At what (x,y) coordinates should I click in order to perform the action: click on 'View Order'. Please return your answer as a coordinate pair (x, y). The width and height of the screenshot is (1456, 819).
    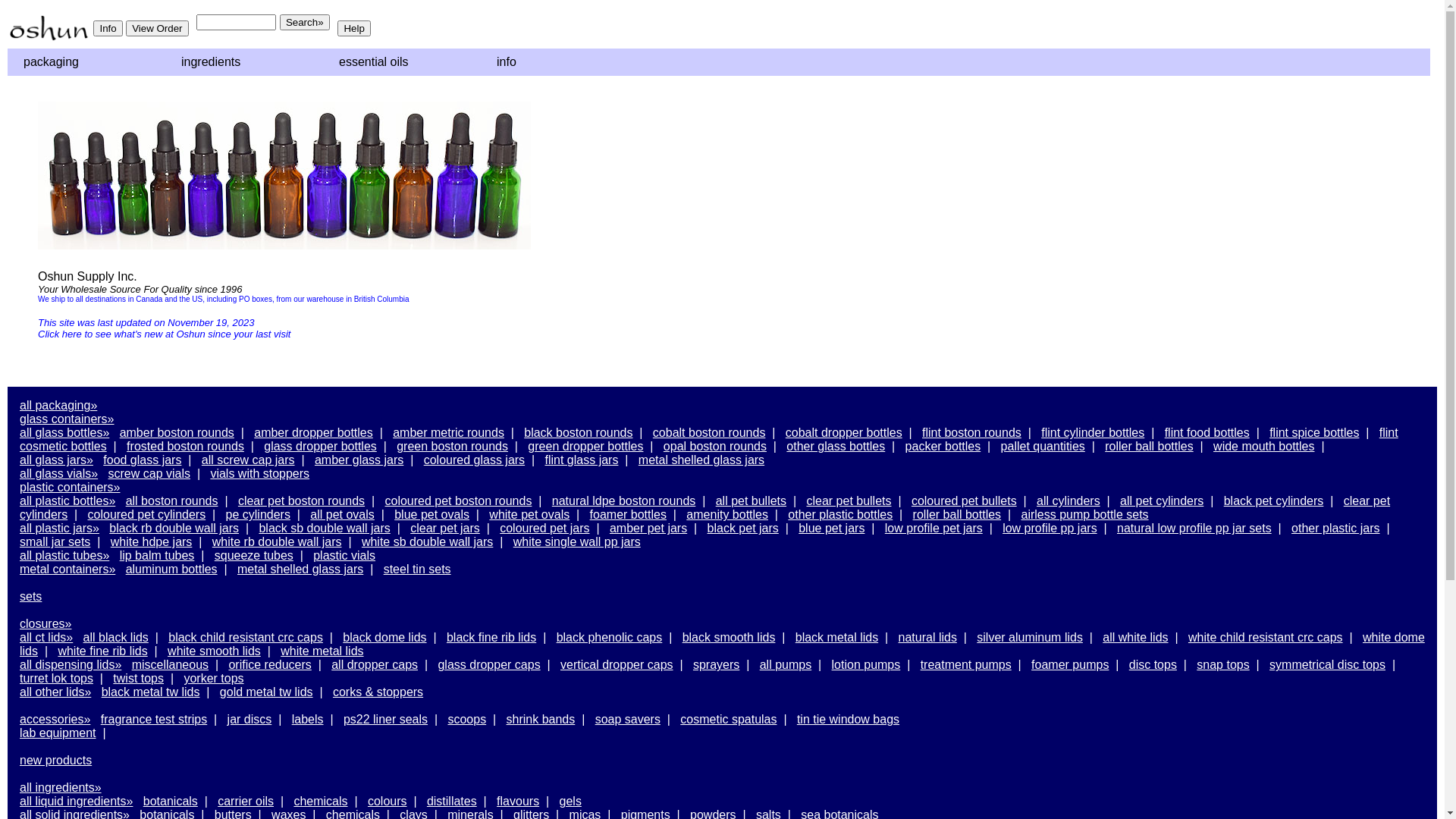
    Looking at the image, I should click on (126, 28).